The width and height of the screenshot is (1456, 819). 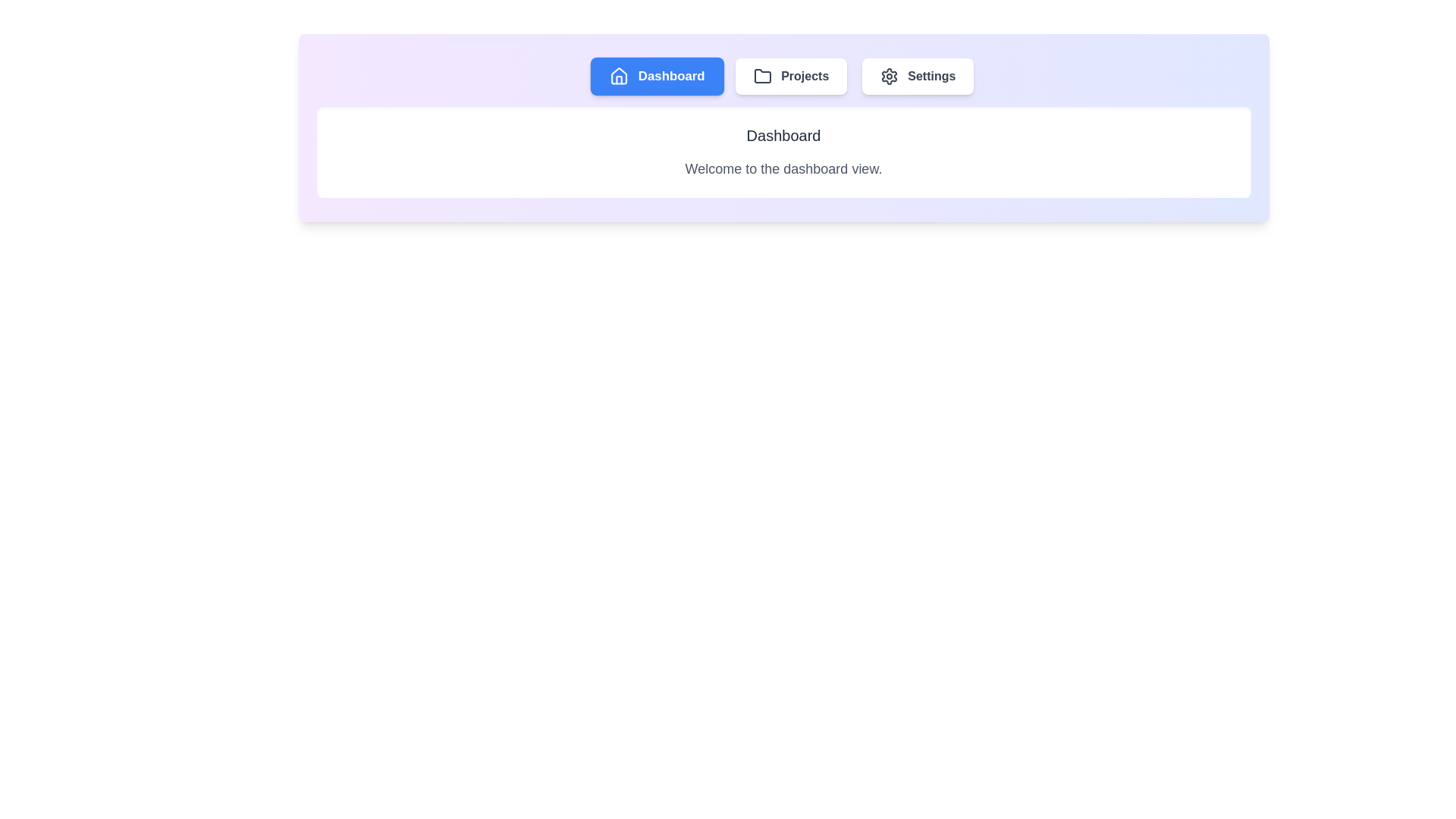 I want to click on the Settings tab to view its content, so click(x=917, y=76).